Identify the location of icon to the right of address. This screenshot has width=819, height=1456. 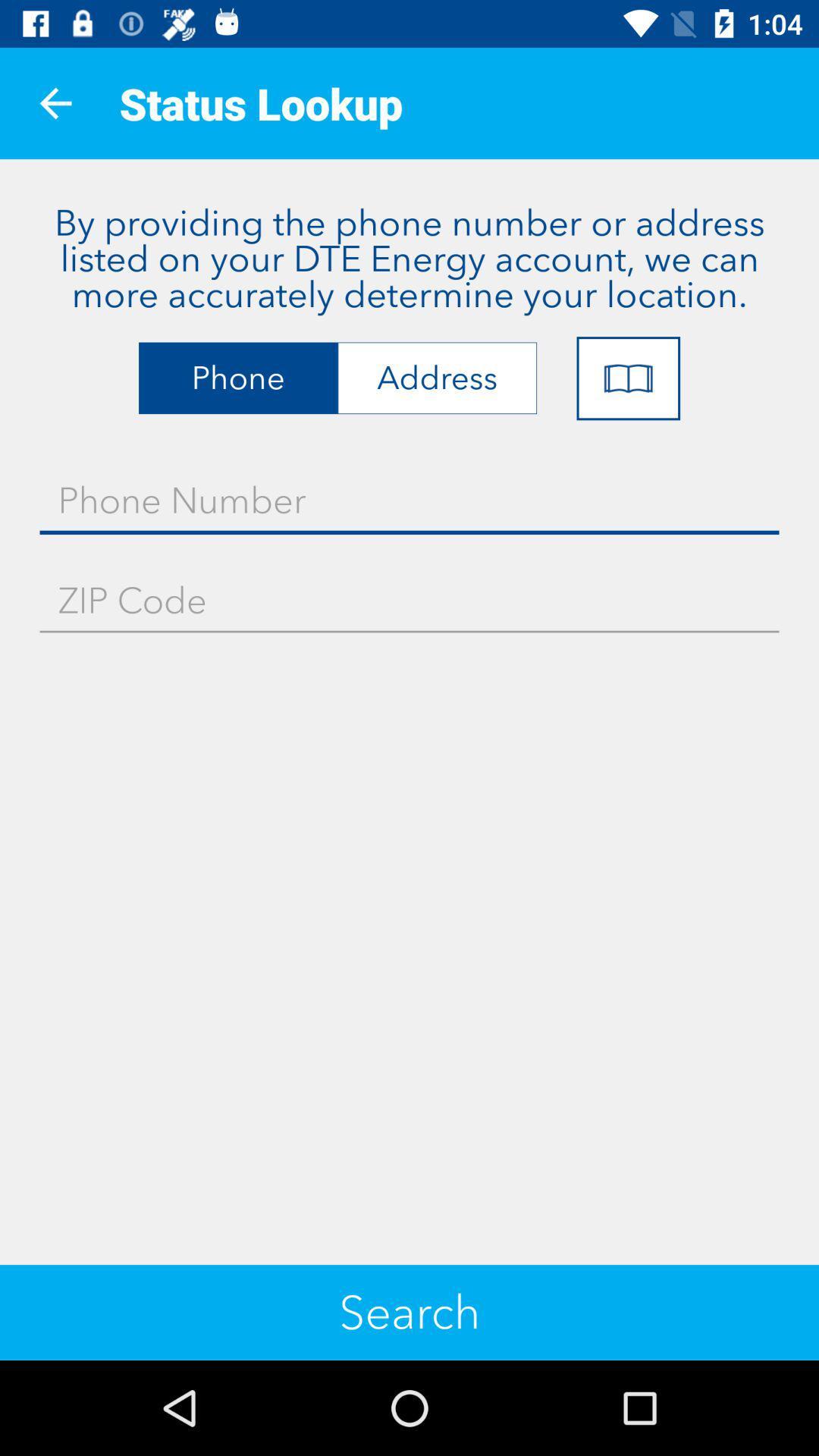
(628, 378).